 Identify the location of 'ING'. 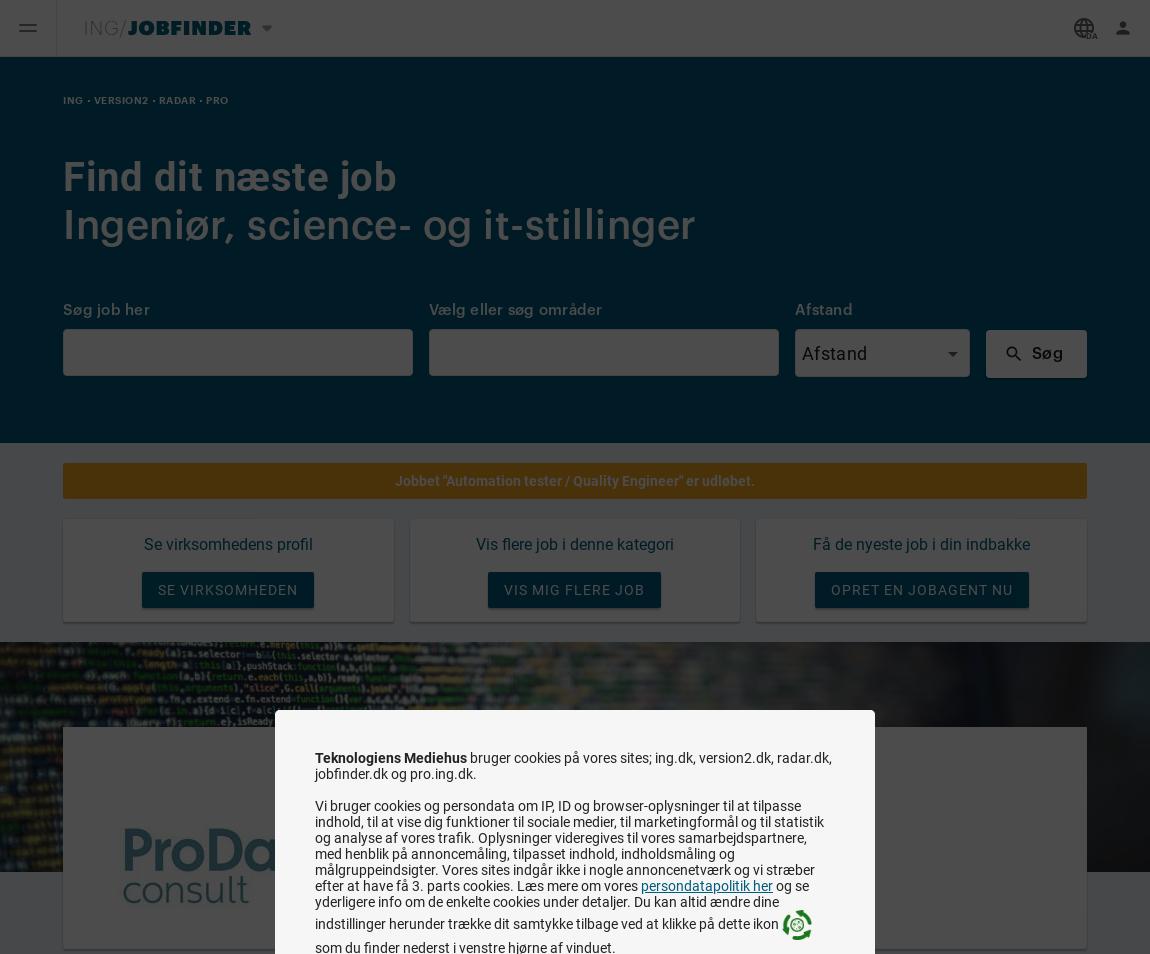
(72, 98).